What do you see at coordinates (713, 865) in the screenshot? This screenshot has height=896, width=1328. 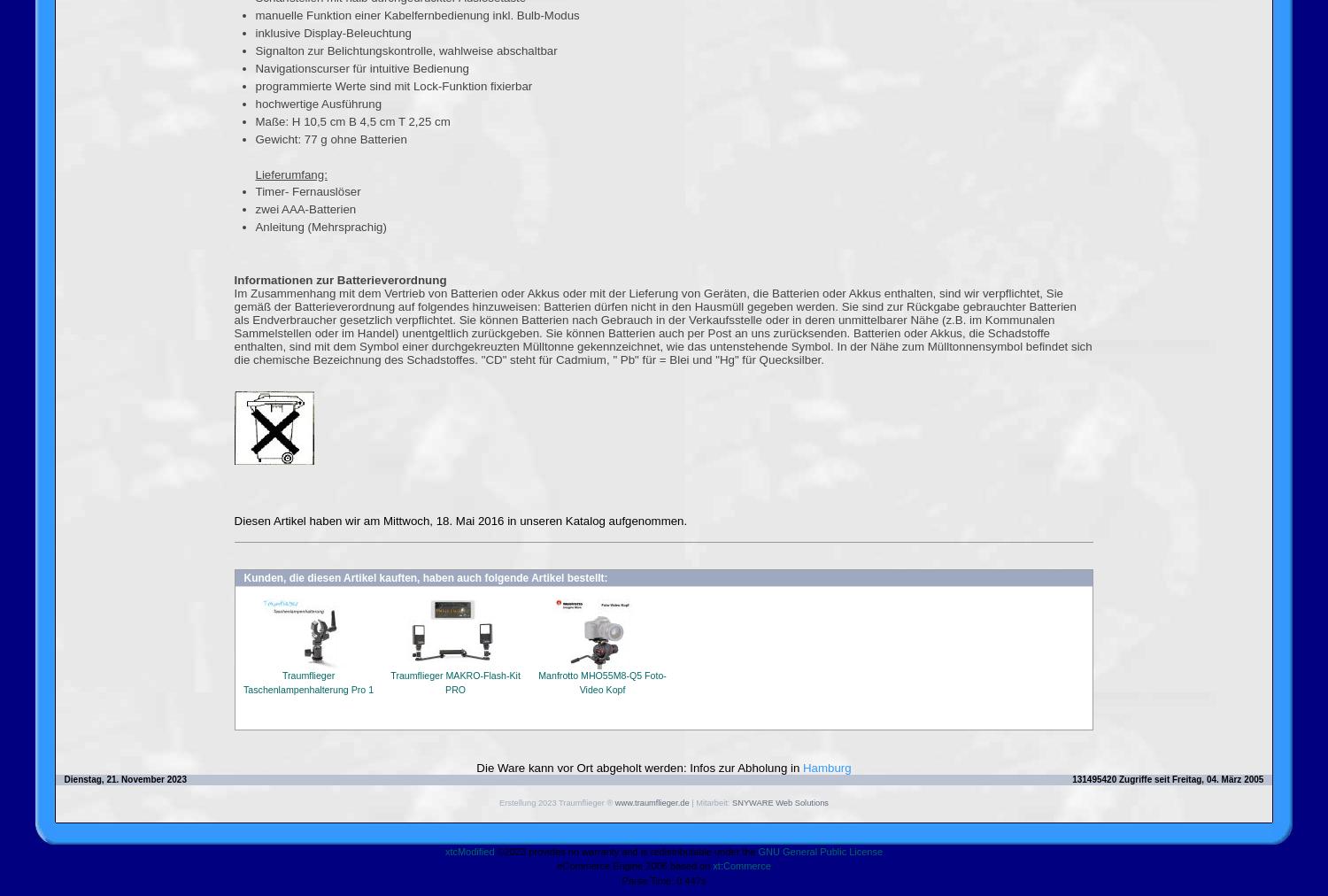 I see `'xt:Commerce'` at bounding box center [713, 865].